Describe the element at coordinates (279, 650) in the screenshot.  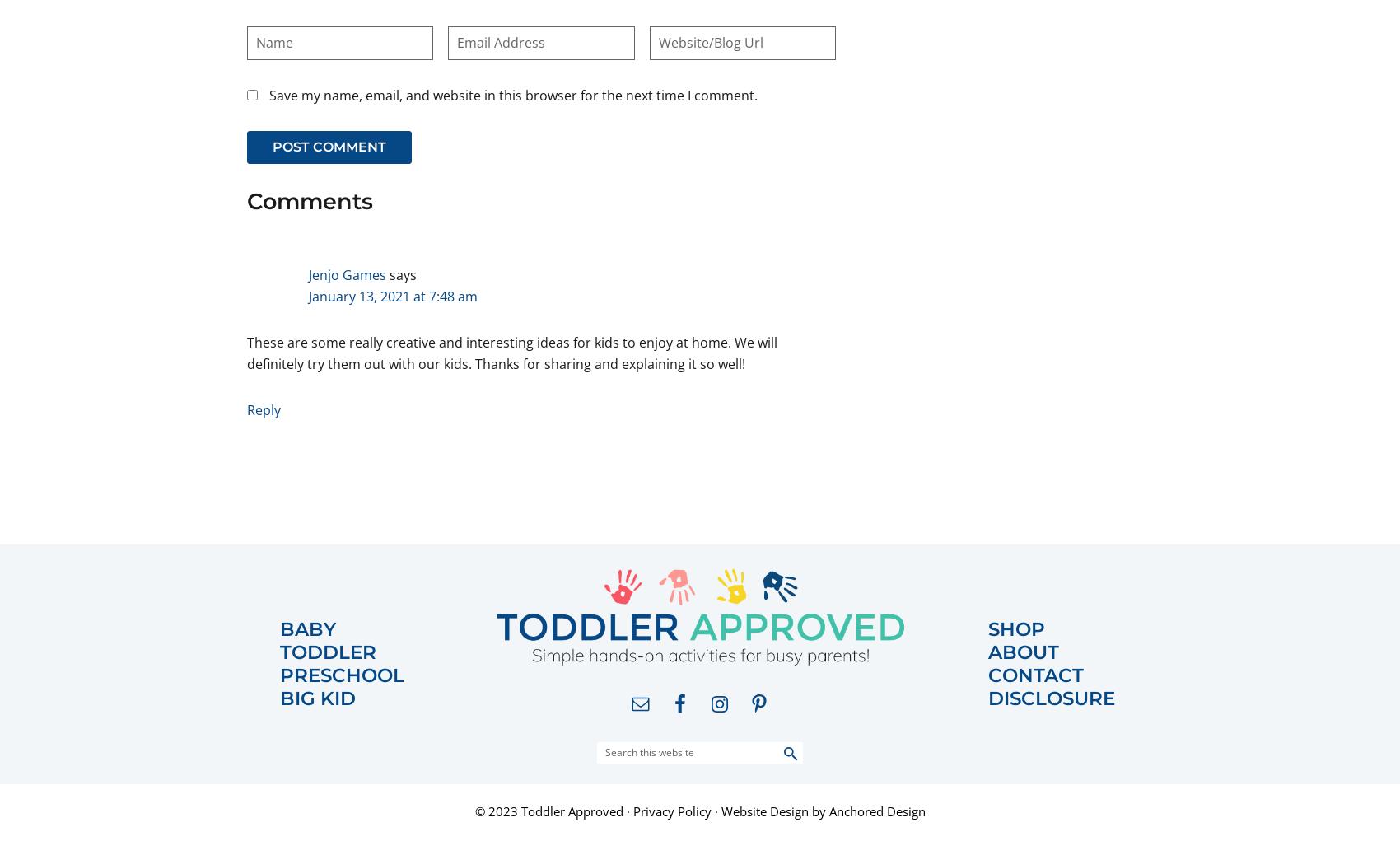
I see `'Toddler'` at that location.